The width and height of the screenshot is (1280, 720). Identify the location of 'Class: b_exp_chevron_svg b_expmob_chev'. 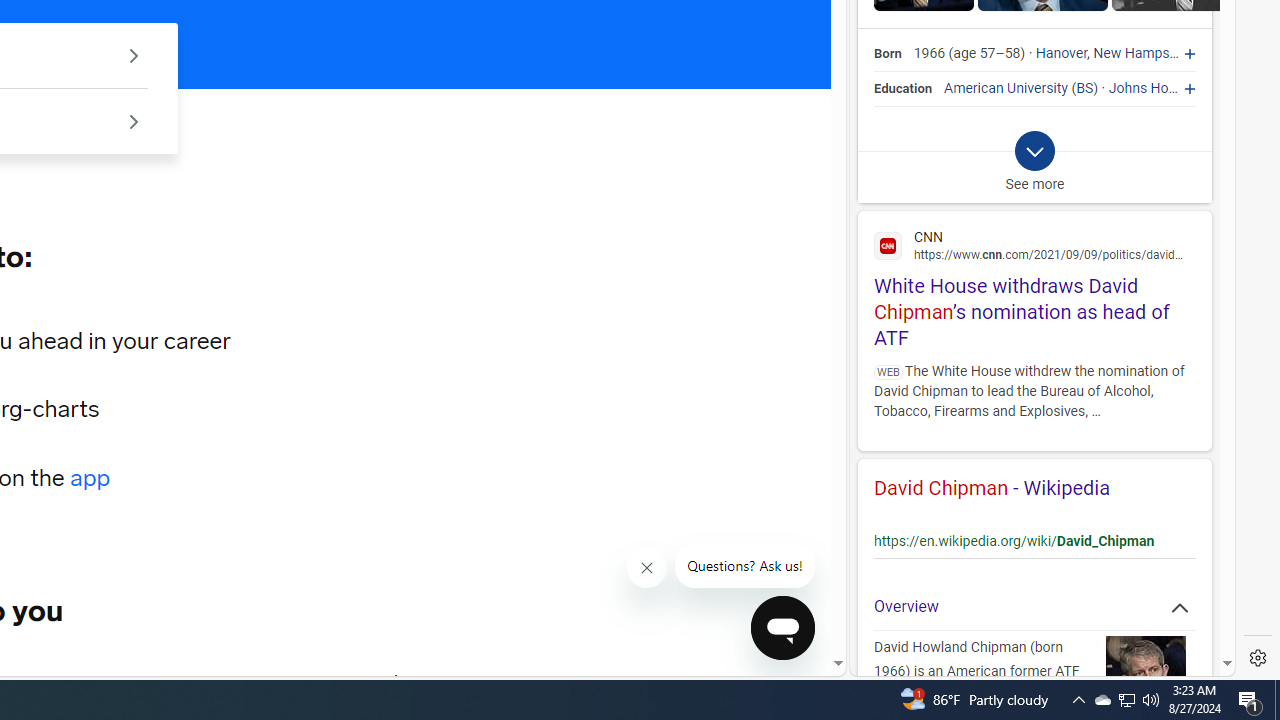
(1034, 150).